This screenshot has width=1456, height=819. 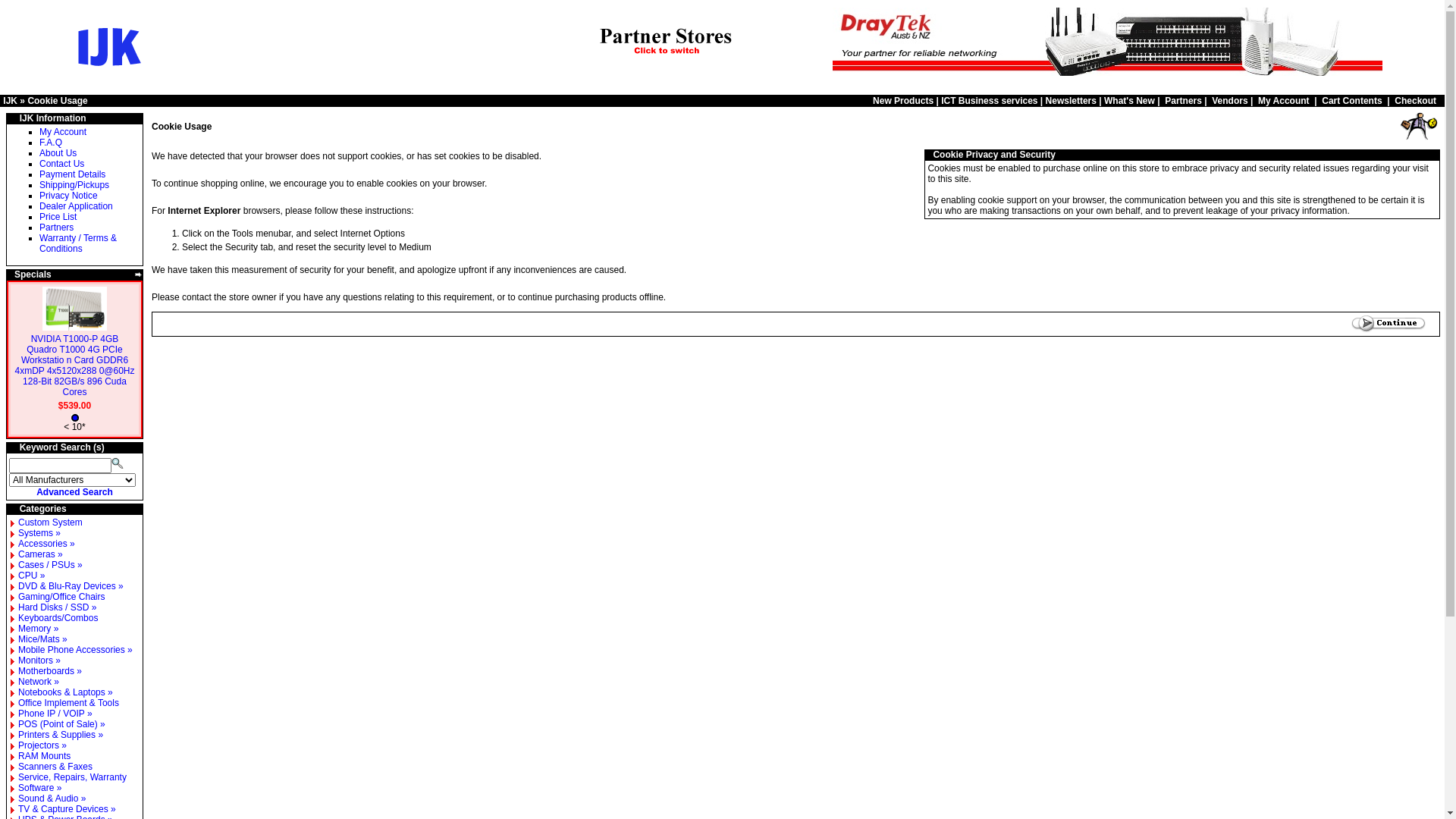 I want to click on 'My Account', so click(x=1258, y=100).